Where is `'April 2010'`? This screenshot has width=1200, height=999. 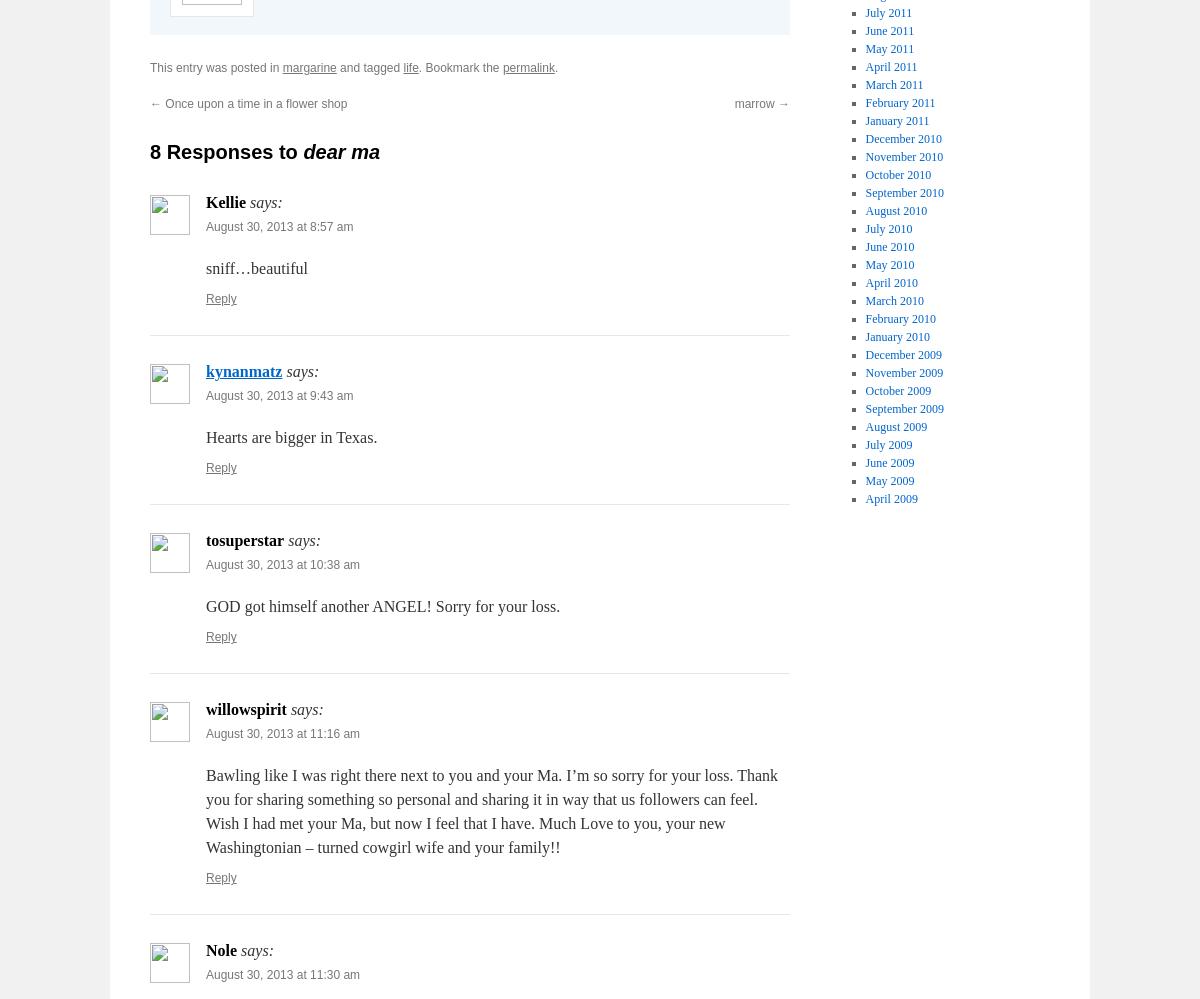 'April 2010' is located at coordinates (890, 282).